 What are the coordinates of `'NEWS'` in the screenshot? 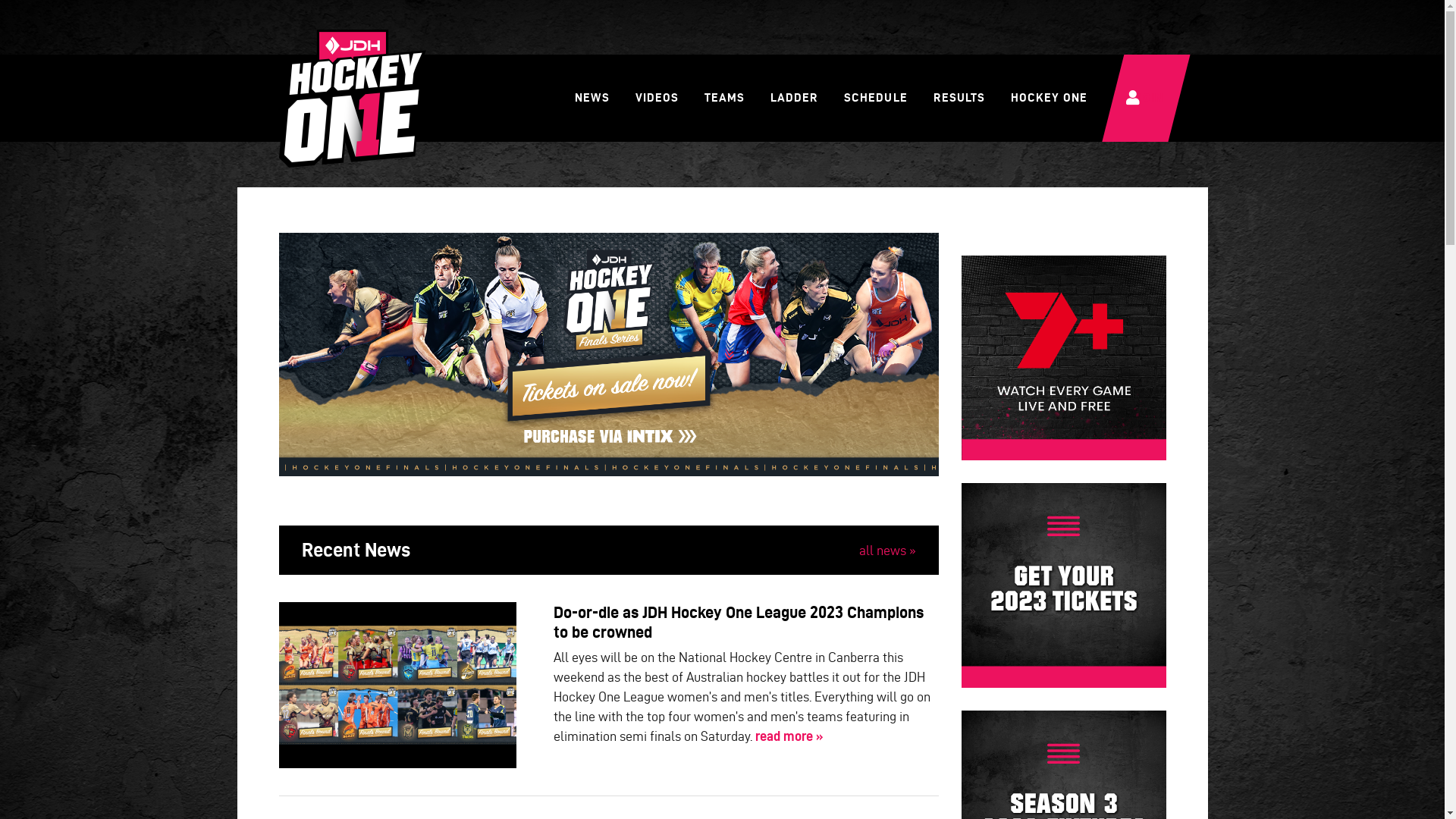 It's located at (563, 98).